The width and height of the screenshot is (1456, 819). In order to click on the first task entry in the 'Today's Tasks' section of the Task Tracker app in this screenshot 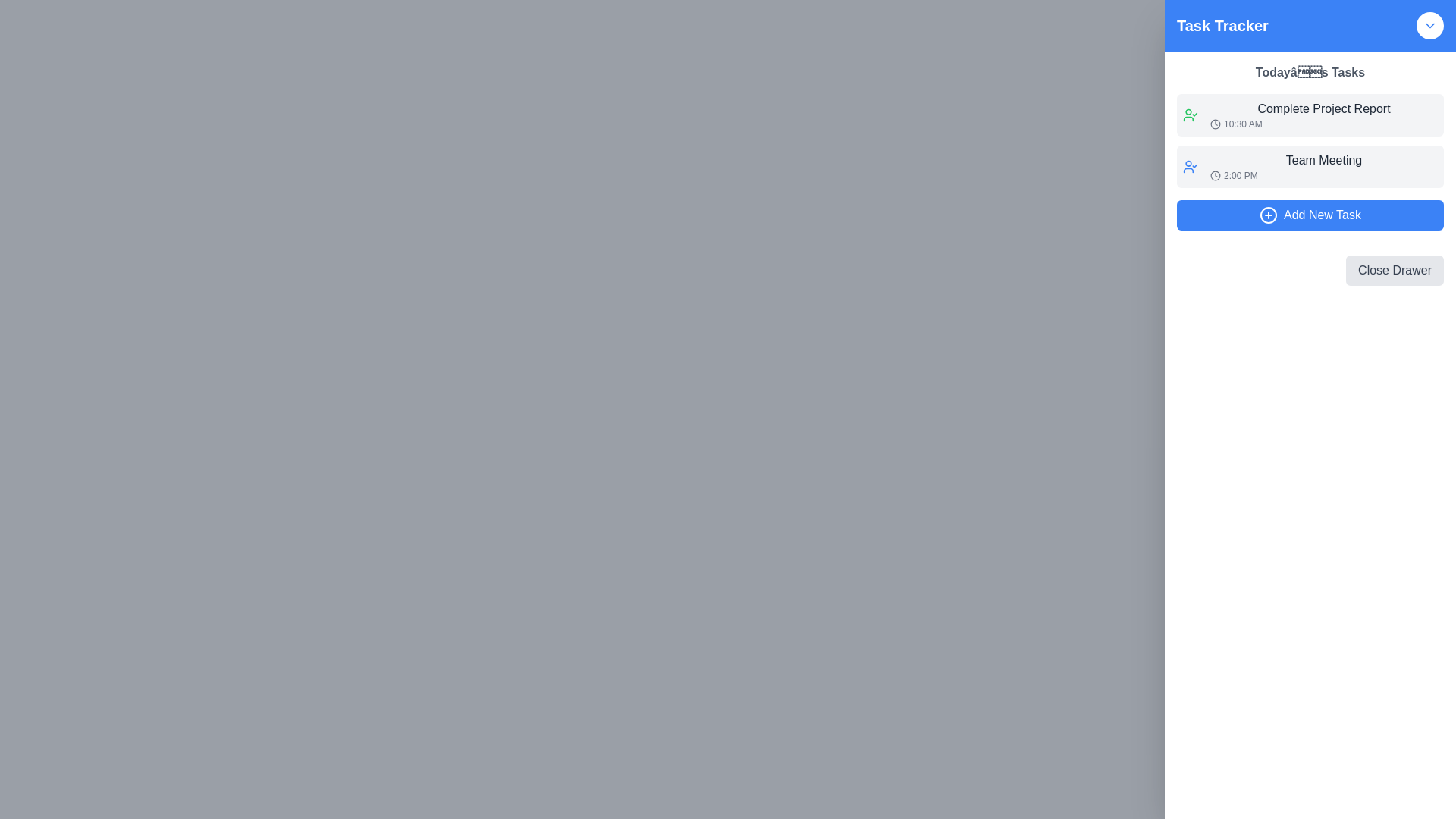, I will do `click(1323, 114)`.